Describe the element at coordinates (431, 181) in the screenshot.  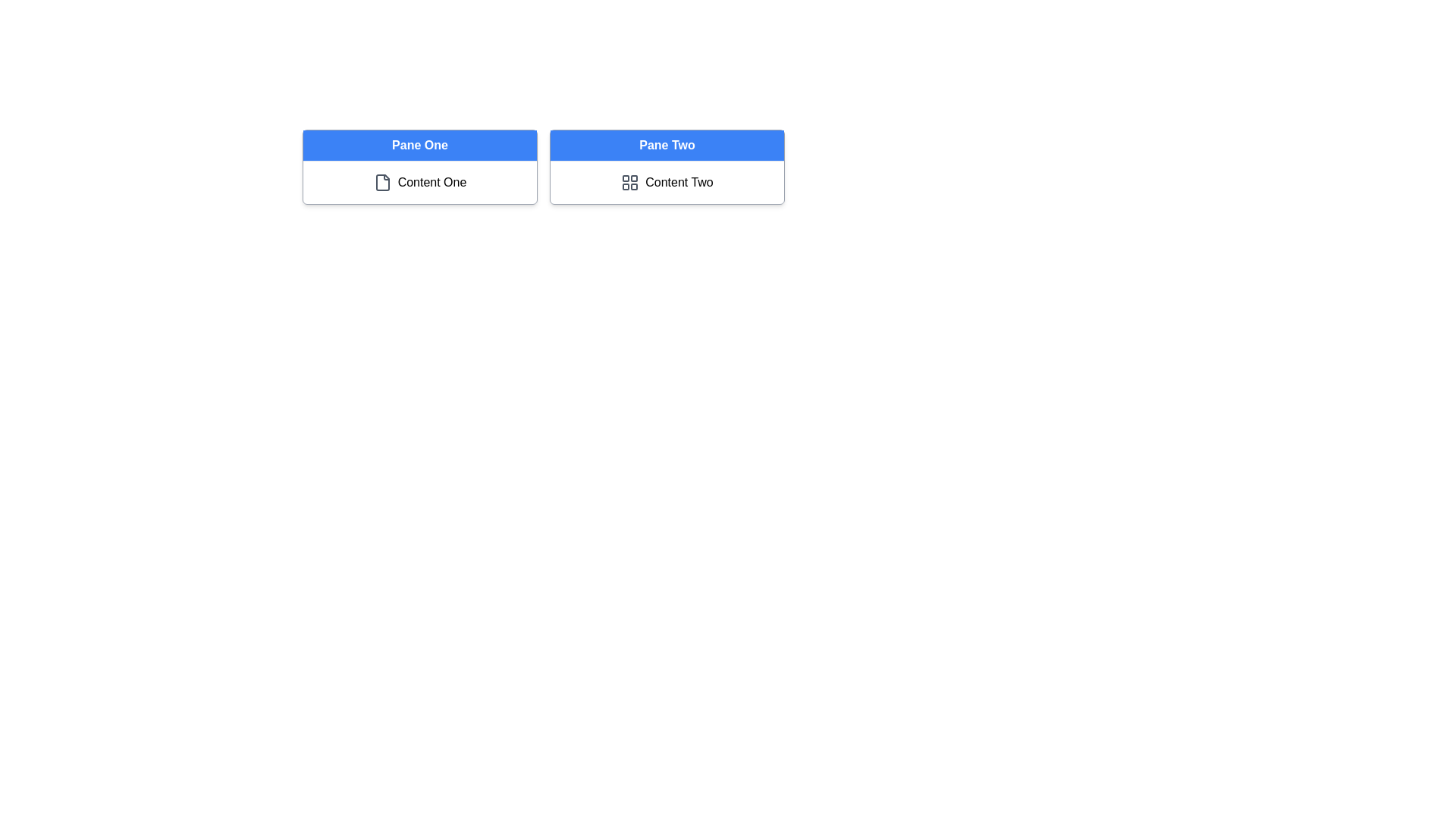
I see `the Text Label displaying 'Content One' located under the 'Pane One' section` at that location.